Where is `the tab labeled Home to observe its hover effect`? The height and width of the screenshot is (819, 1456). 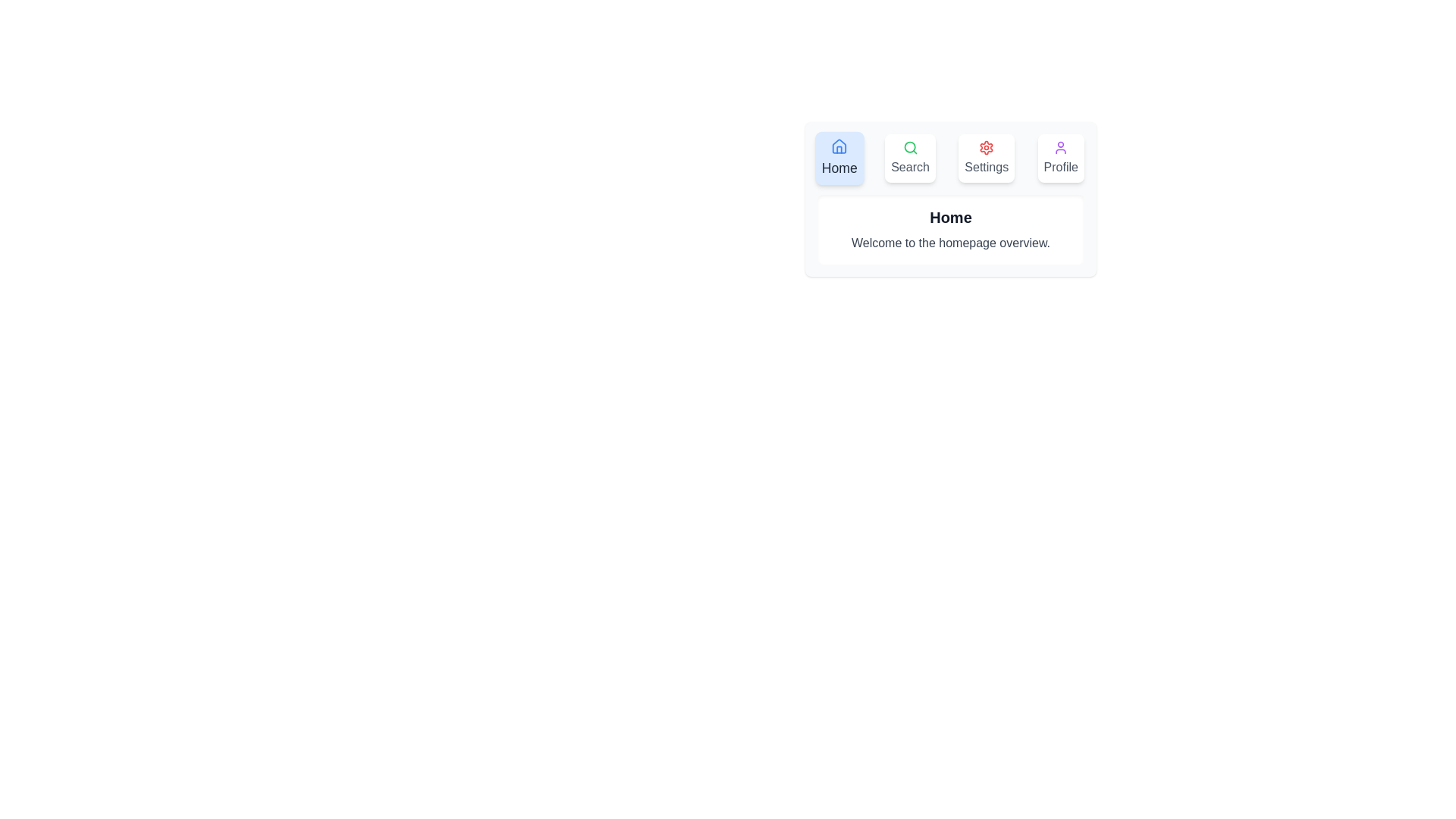
the tab labeled Home to observe its hover effect is located at coordinates (839, 158).